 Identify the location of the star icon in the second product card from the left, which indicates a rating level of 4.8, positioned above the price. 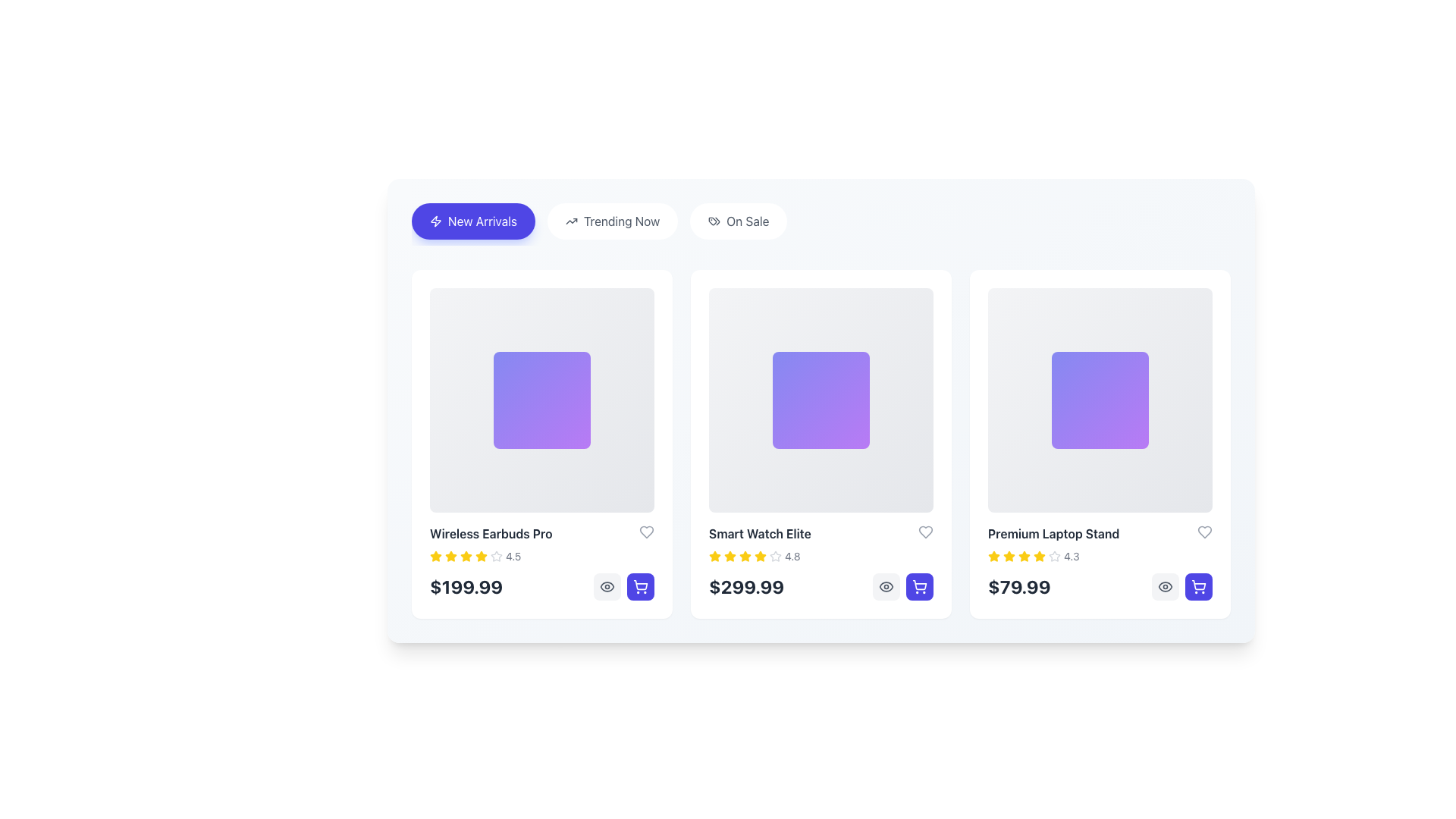
(761, 556).